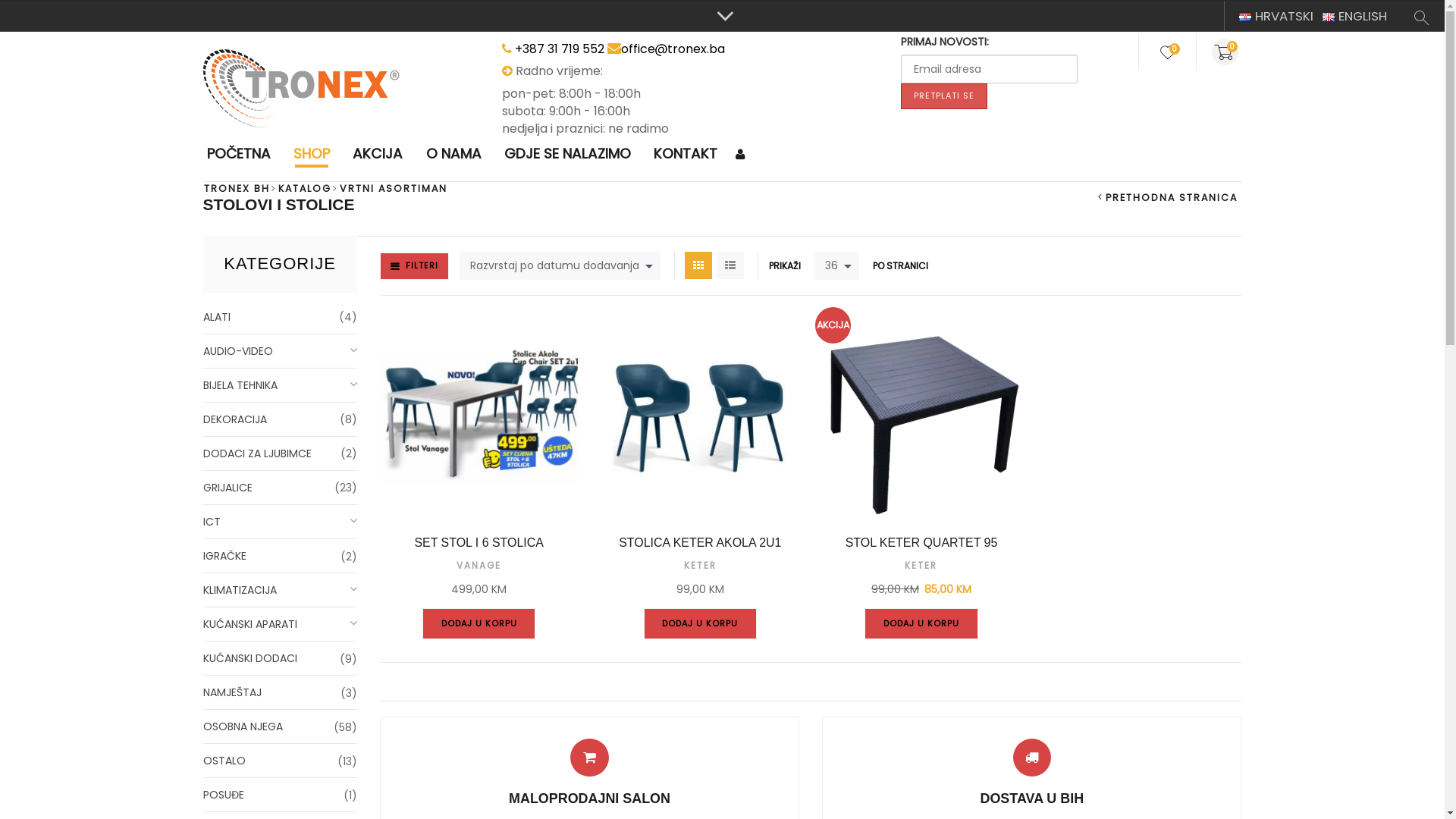 The image size is (1456, 819). I want to click on '0', so click(1216, 51).